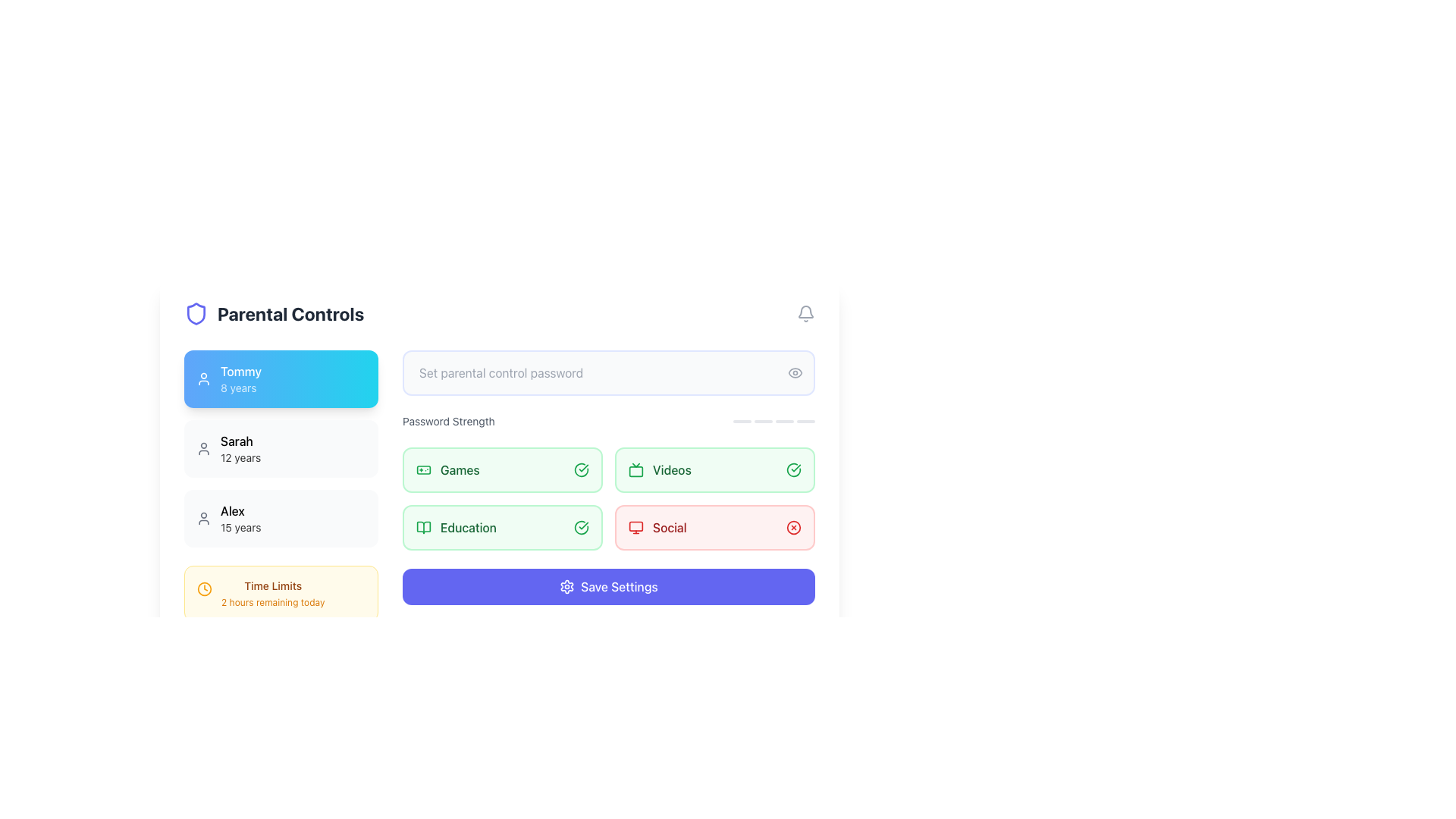  Describe the element at coordinates (202, 447) in the screenshot. I see `the user profile icon associated with 'Sarah' located in the left panel of the interface` at that location.